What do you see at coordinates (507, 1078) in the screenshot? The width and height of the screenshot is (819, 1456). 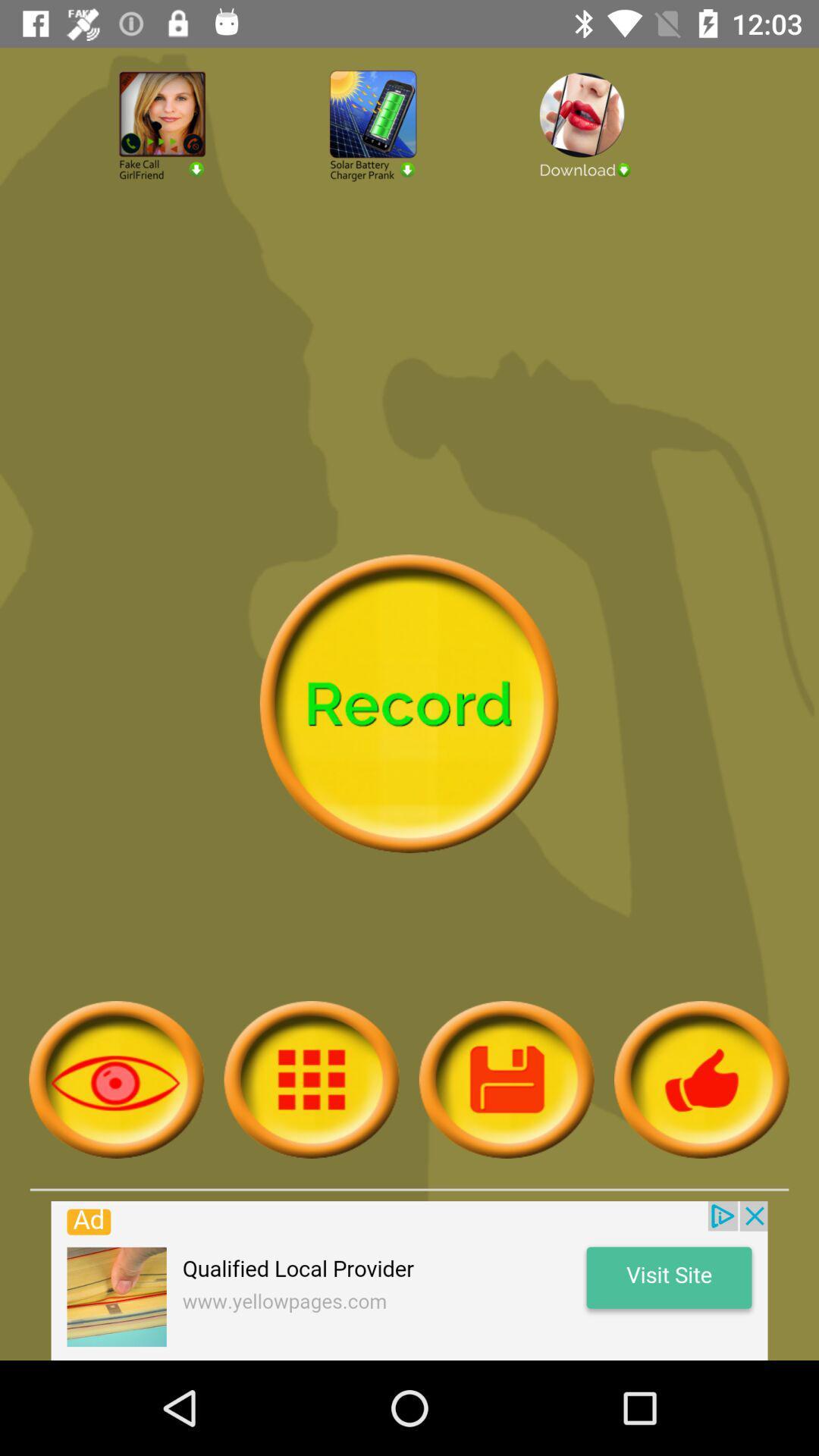 I see `menu` at bounding box center [507, 1078].